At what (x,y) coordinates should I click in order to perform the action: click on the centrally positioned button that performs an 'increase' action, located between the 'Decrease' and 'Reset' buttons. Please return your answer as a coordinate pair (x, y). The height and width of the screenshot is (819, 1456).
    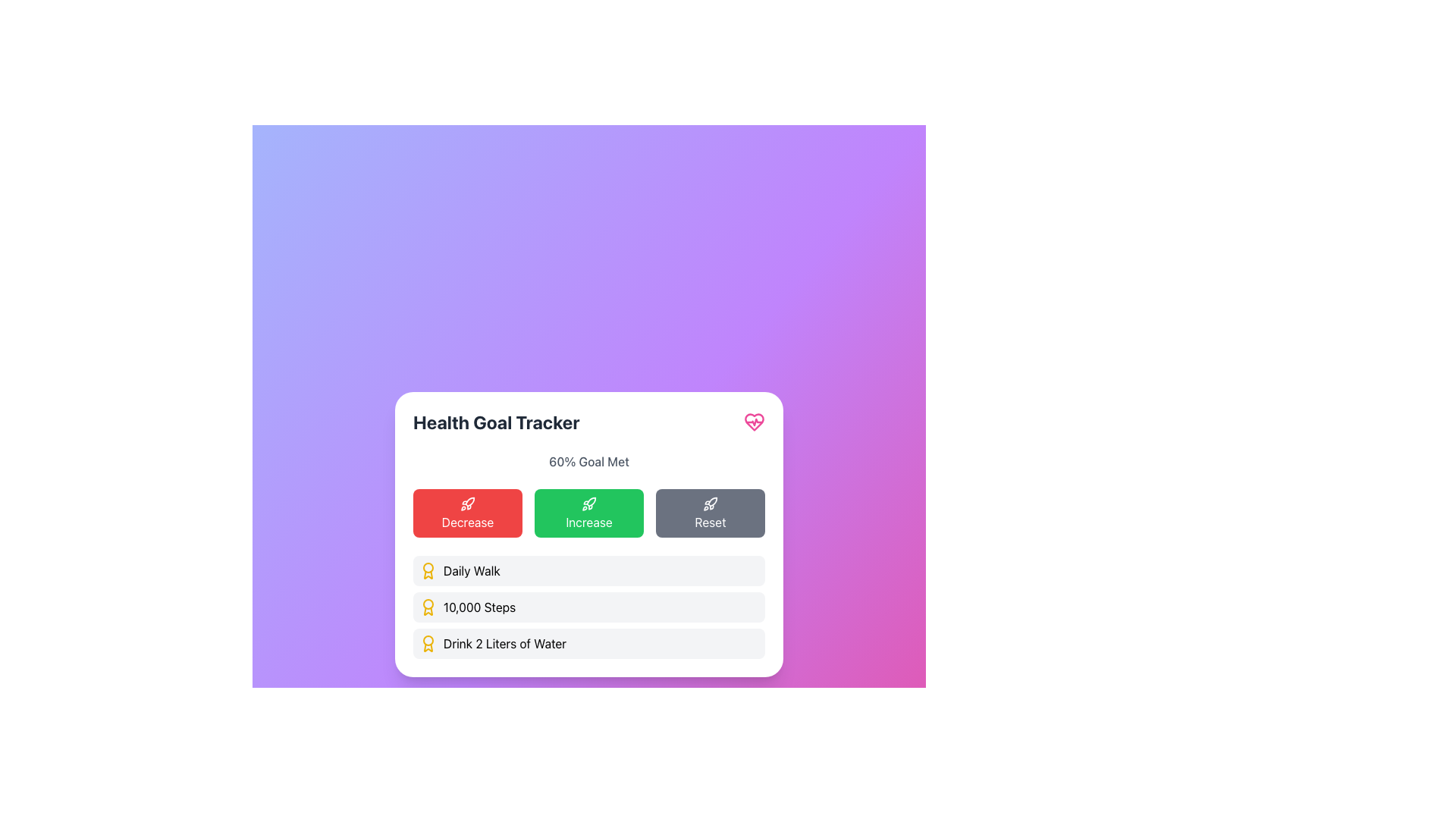
    Looking at the image, I should click on (588, 513).